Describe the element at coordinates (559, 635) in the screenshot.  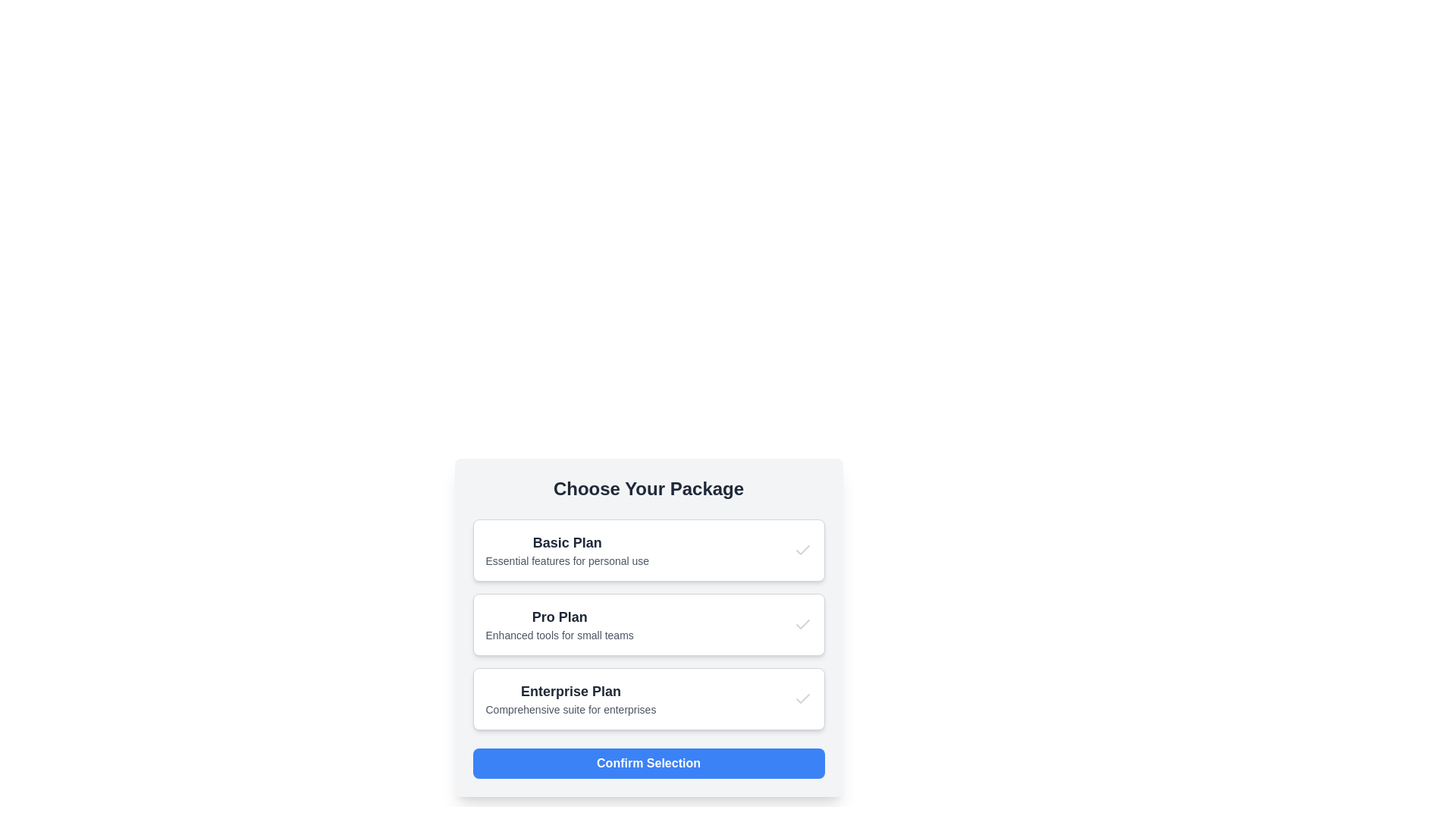
I see `text label 'Enhanced tools for small teams' located beneath the 'Pro Plan' heading in the second card of the package selection interface` at that location.